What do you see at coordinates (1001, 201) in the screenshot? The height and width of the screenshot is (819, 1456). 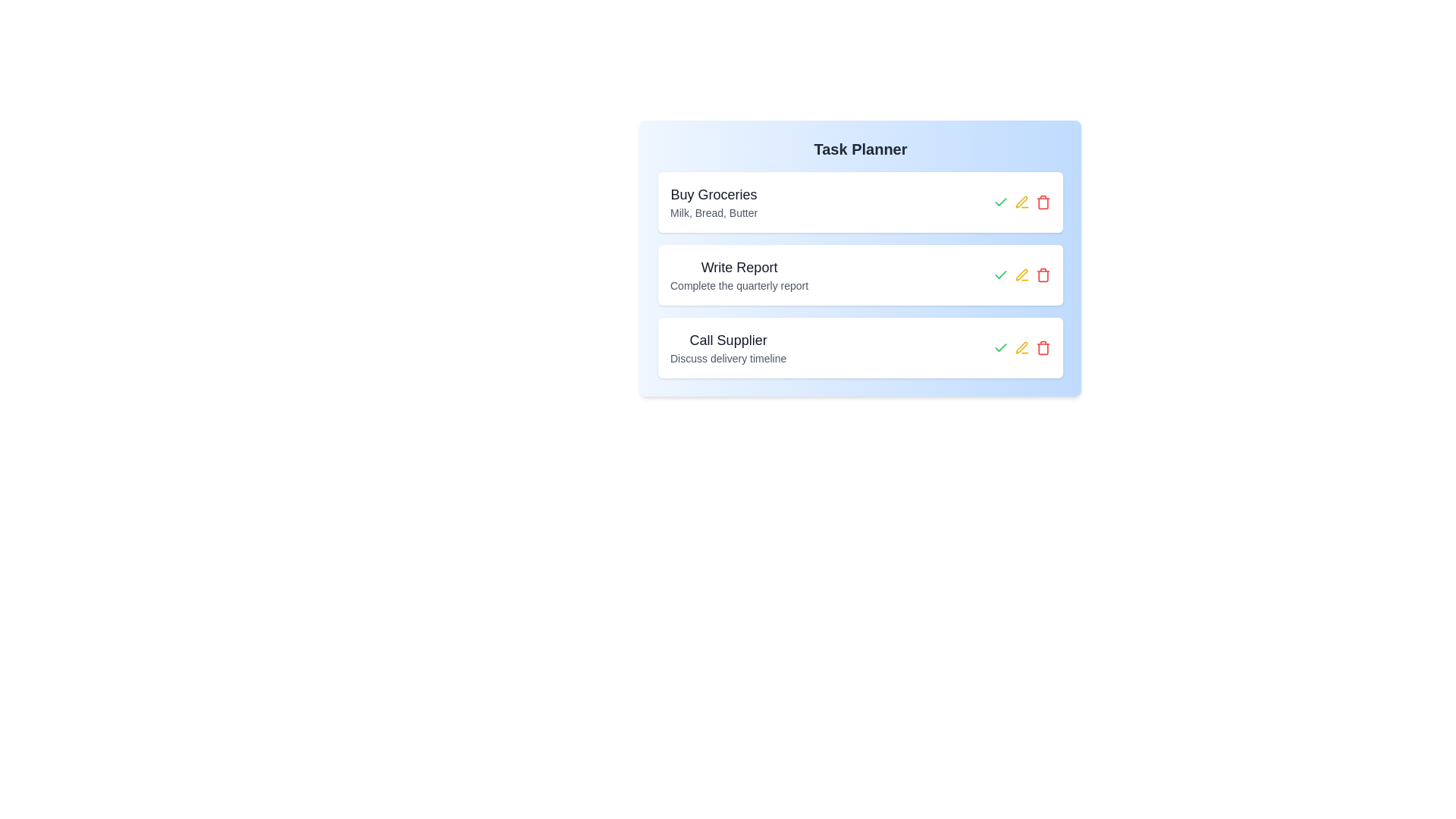 I see `green checkmark button next to the task titled 'Buy Groceries' to mark it as completed` at bounding box center [1001, 201].